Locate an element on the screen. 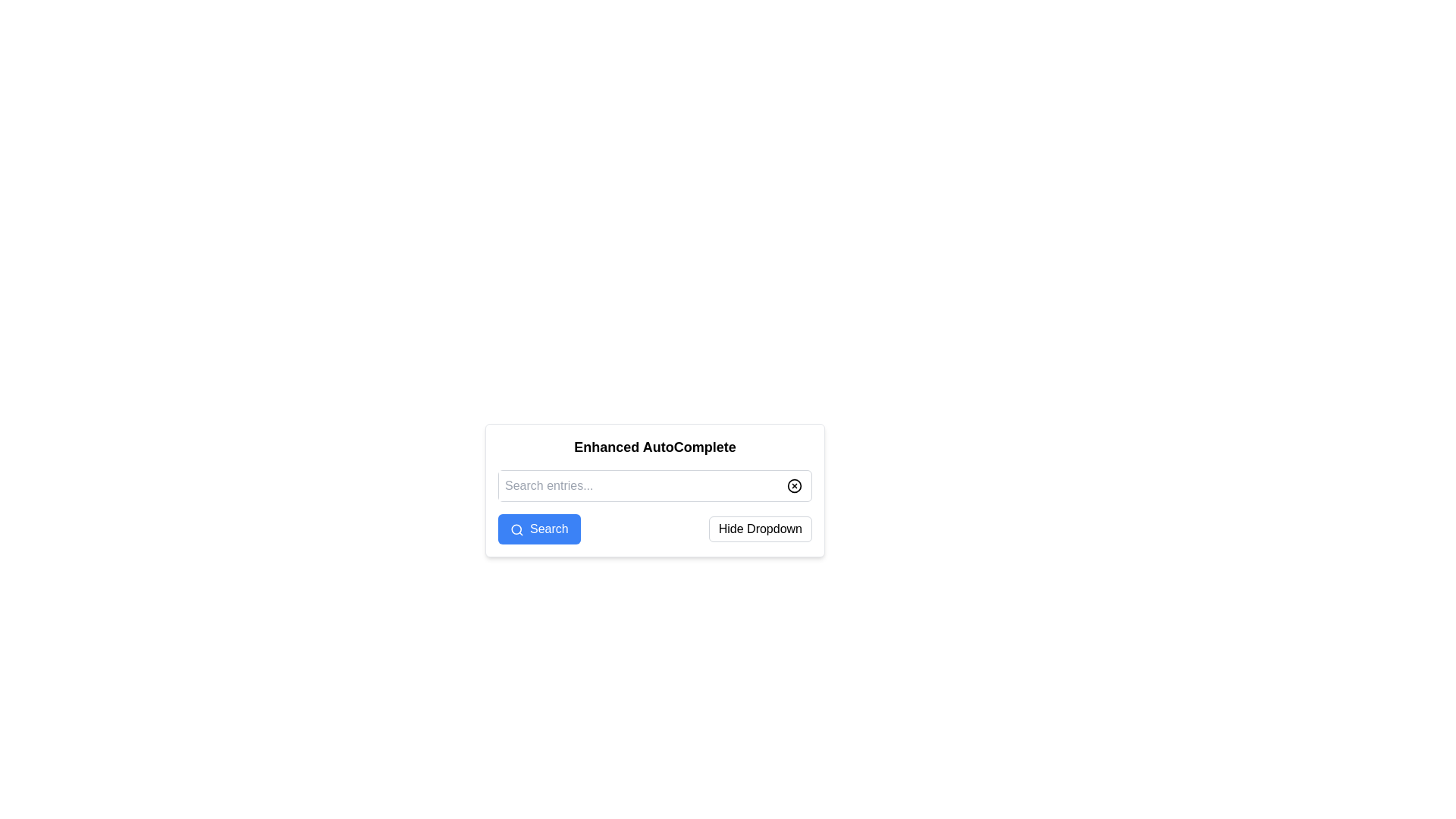 This screenshot has height=819, width=1456. the Close icon button located at the far-right side of the input field to clear the entered text is located at coordinates (793, 485).